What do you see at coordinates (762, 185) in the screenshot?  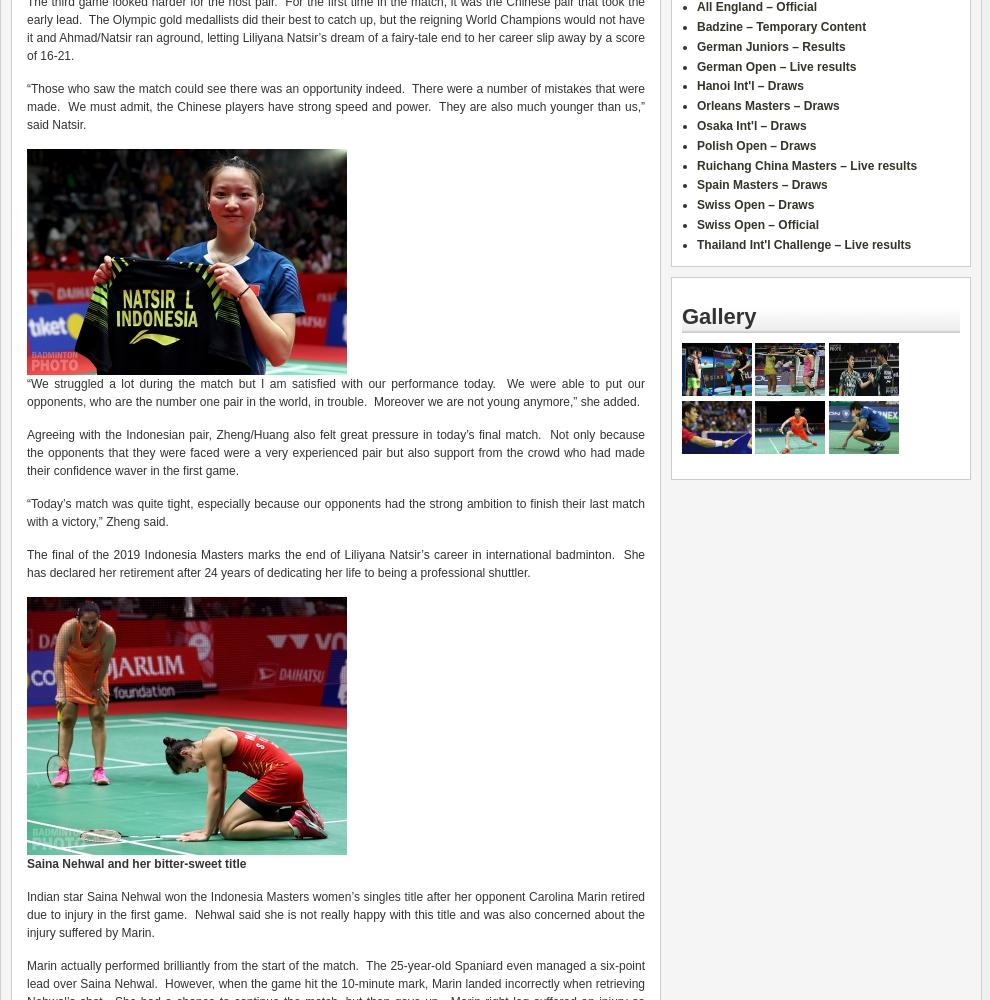 I see `'Spain Masters – Draws'` at bounding box center [762, 185].